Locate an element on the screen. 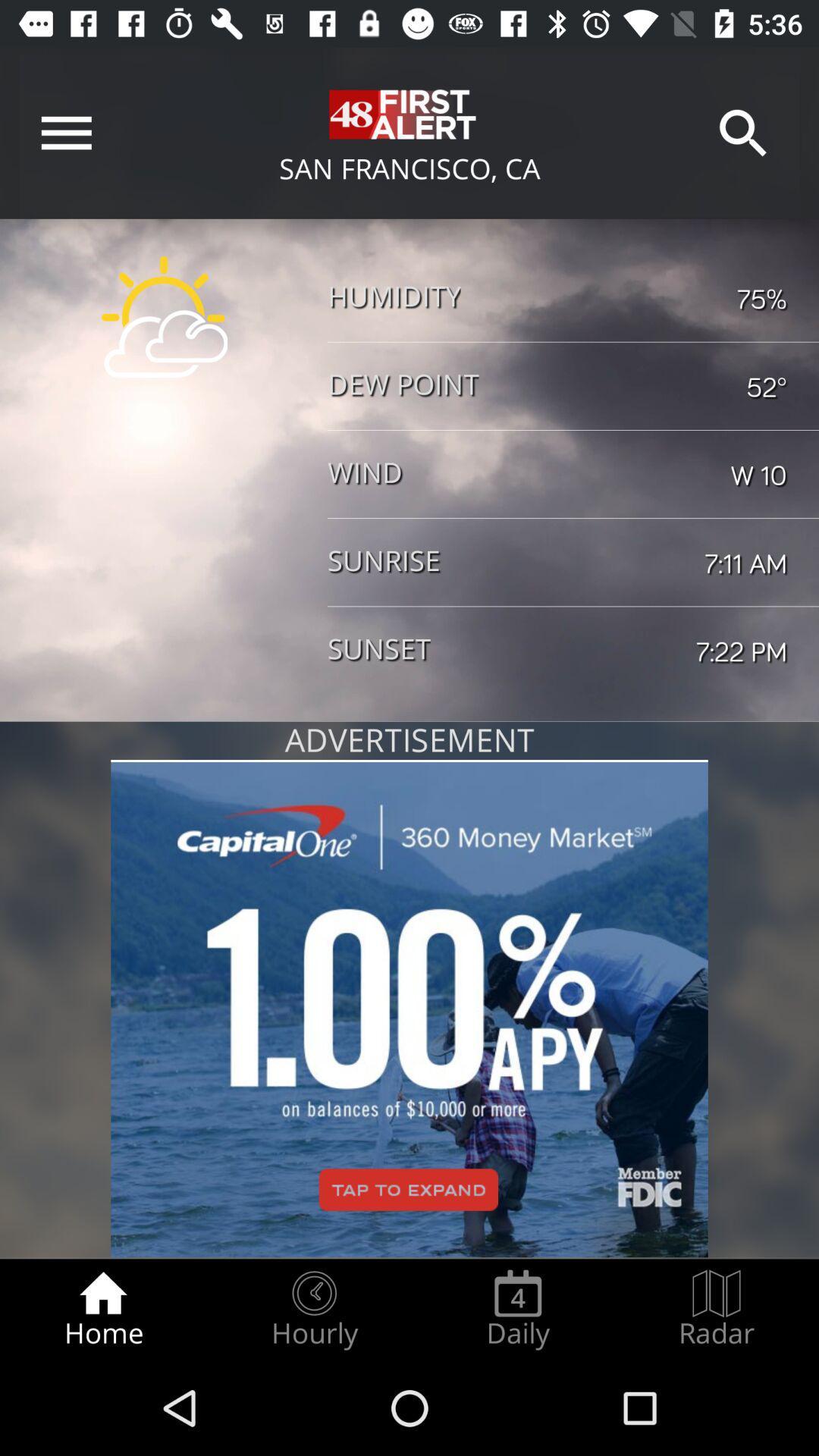 The image size is (819, 1456). the icon next to the home item is located at coordinates (313, 1309).